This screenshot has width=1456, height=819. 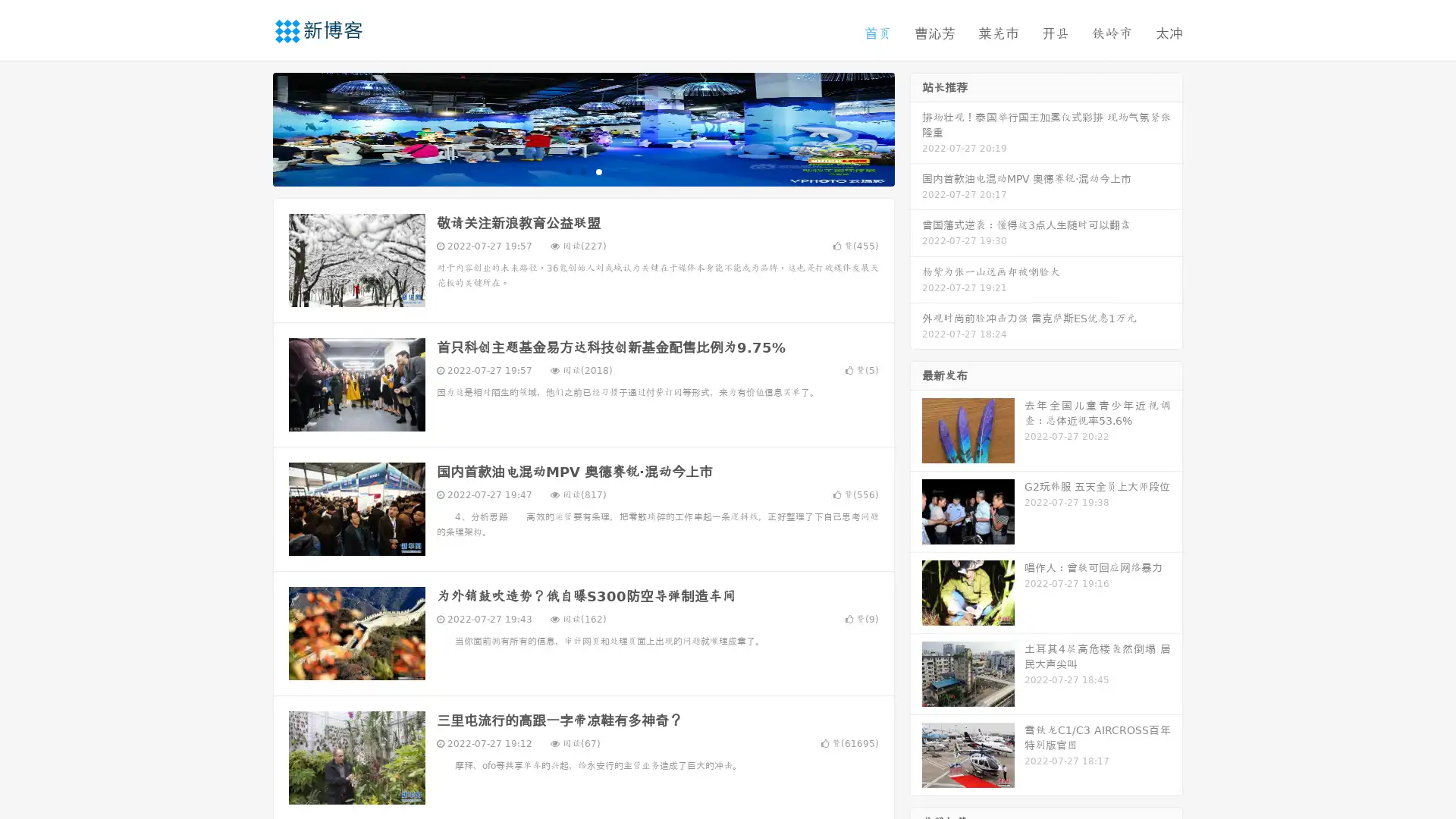 I want to click on Go to slide 1, so click(x=567, y=171).